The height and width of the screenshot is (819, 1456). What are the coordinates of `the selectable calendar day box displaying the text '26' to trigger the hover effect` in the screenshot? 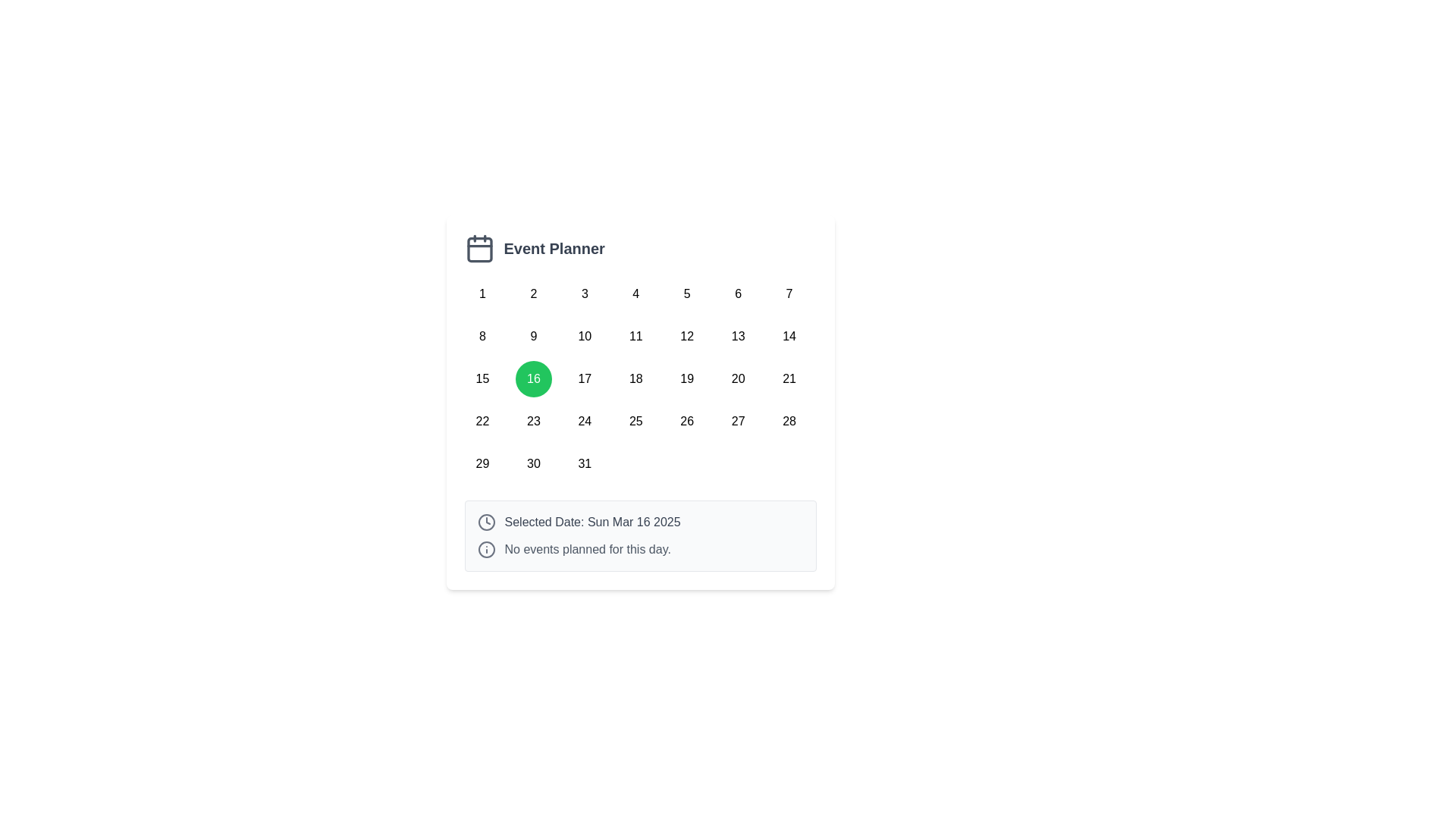 It's located at (686, 421).